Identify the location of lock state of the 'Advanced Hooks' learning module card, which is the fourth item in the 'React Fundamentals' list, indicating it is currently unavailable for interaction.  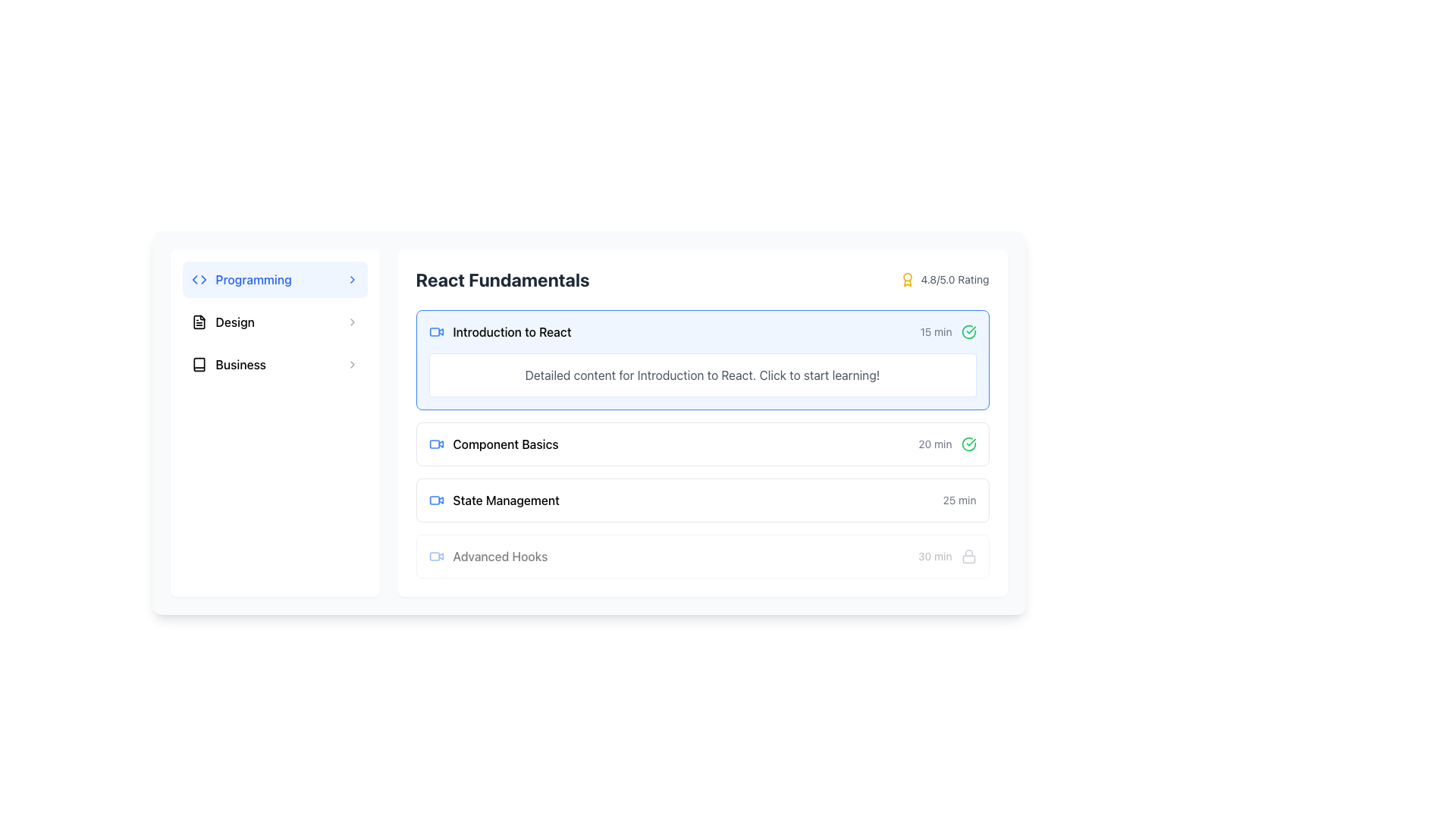
(701, 556).